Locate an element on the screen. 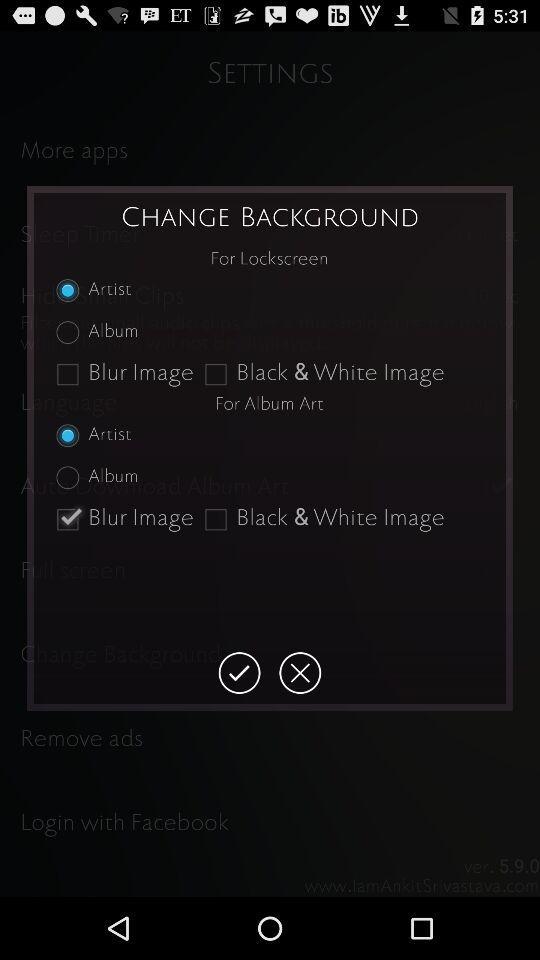 The image size is (540, 960). the icon below black & white image item is located at coordinates (299, 673).